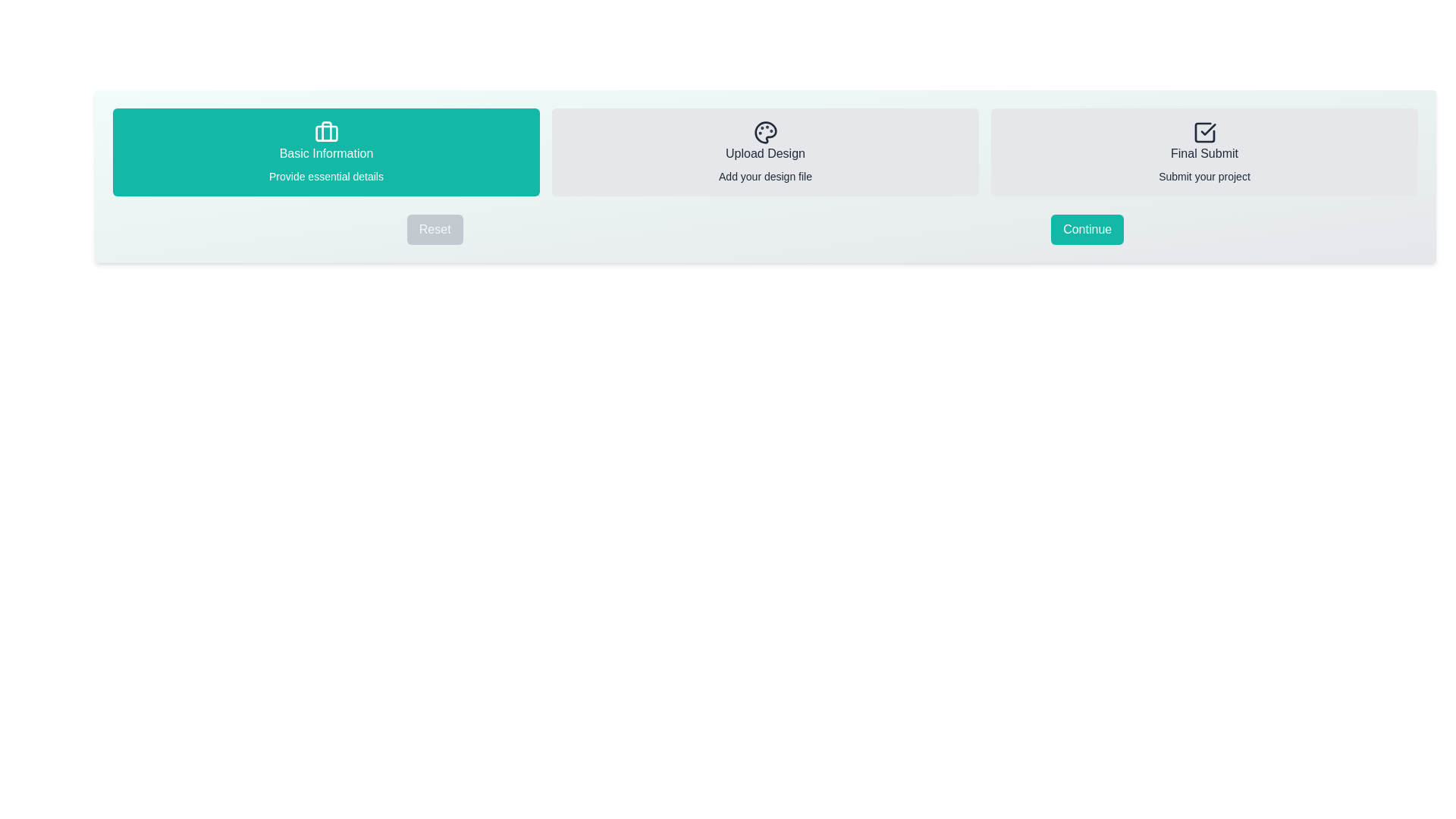 The width and height of the screenshot is (1456, 819). Describe the element at coordinates (434, 230) in the screenshot. I see `'Reset' button to reset the stepper to its initial state` at that location.